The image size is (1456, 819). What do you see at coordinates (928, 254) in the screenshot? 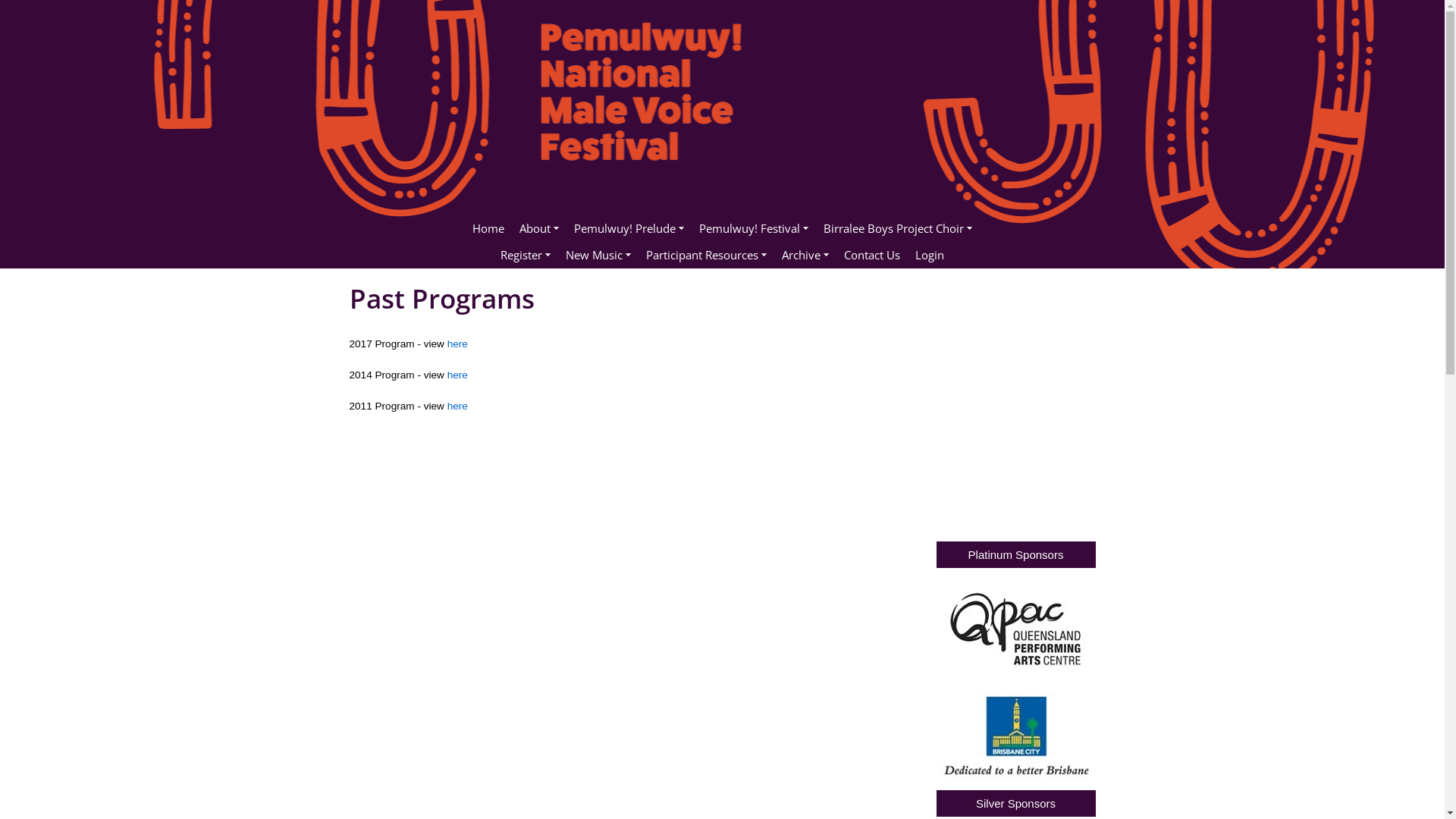
I see `'Login'` at bounding box center [928, 254].